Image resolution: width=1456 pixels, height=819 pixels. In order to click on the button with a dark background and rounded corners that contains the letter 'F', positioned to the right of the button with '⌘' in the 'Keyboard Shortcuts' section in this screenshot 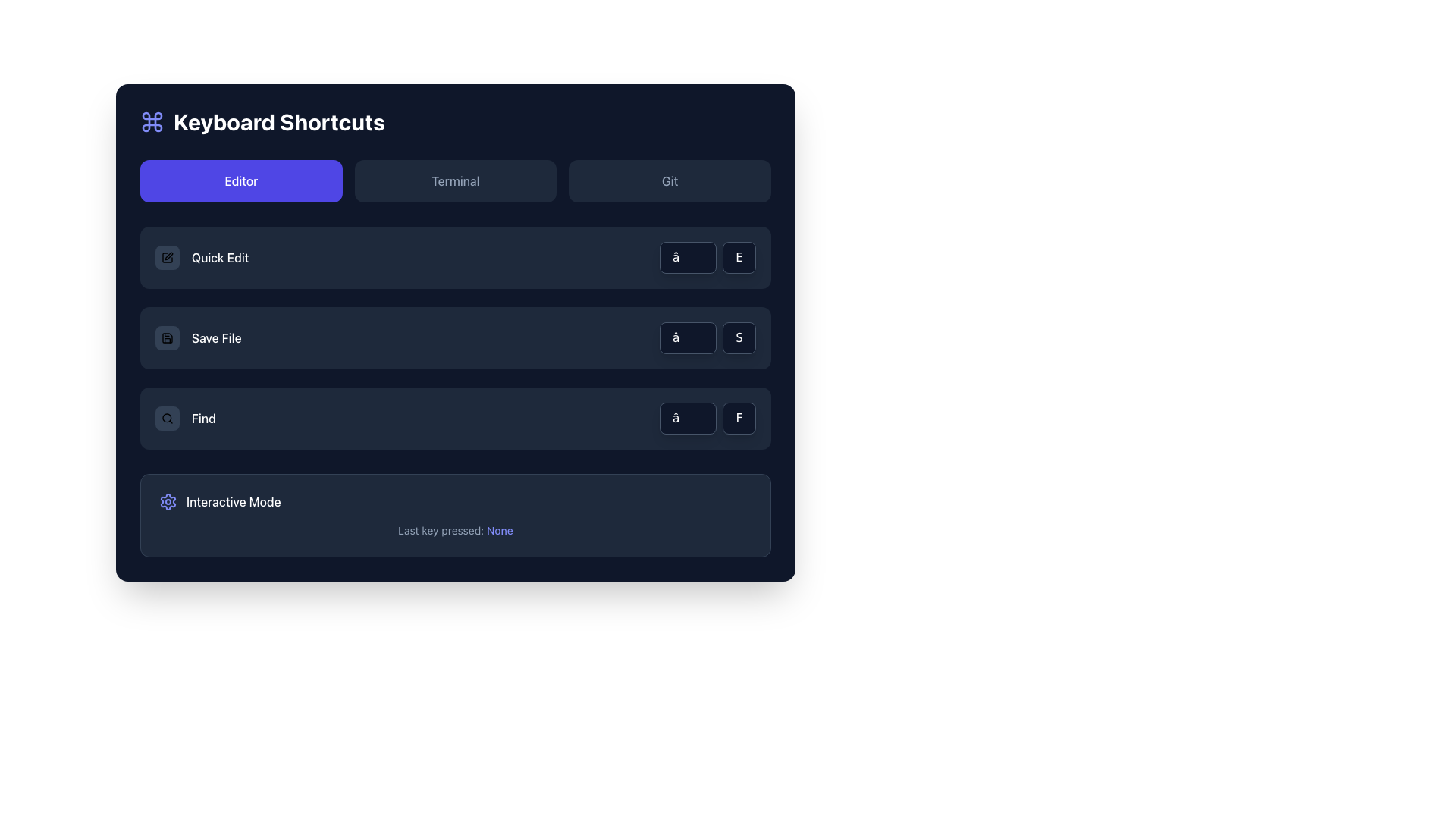, I will do `click(739, 418)`.